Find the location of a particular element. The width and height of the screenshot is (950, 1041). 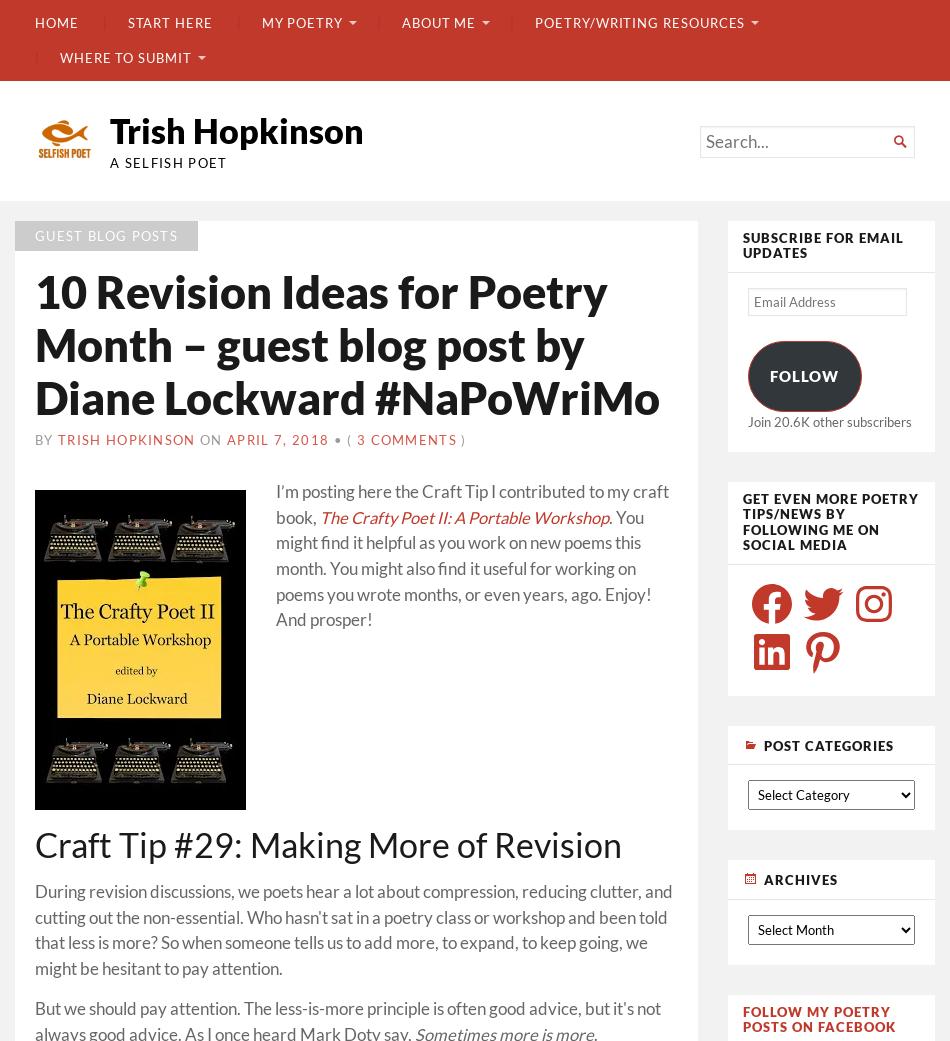

'Archives' is located at coordinates (798, 878).